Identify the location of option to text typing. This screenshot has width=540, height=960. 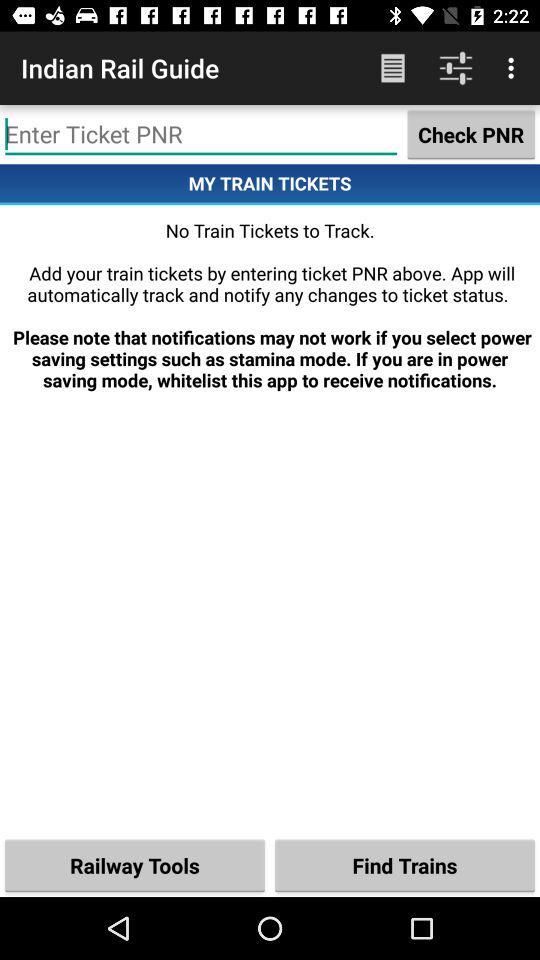
(201, 133).